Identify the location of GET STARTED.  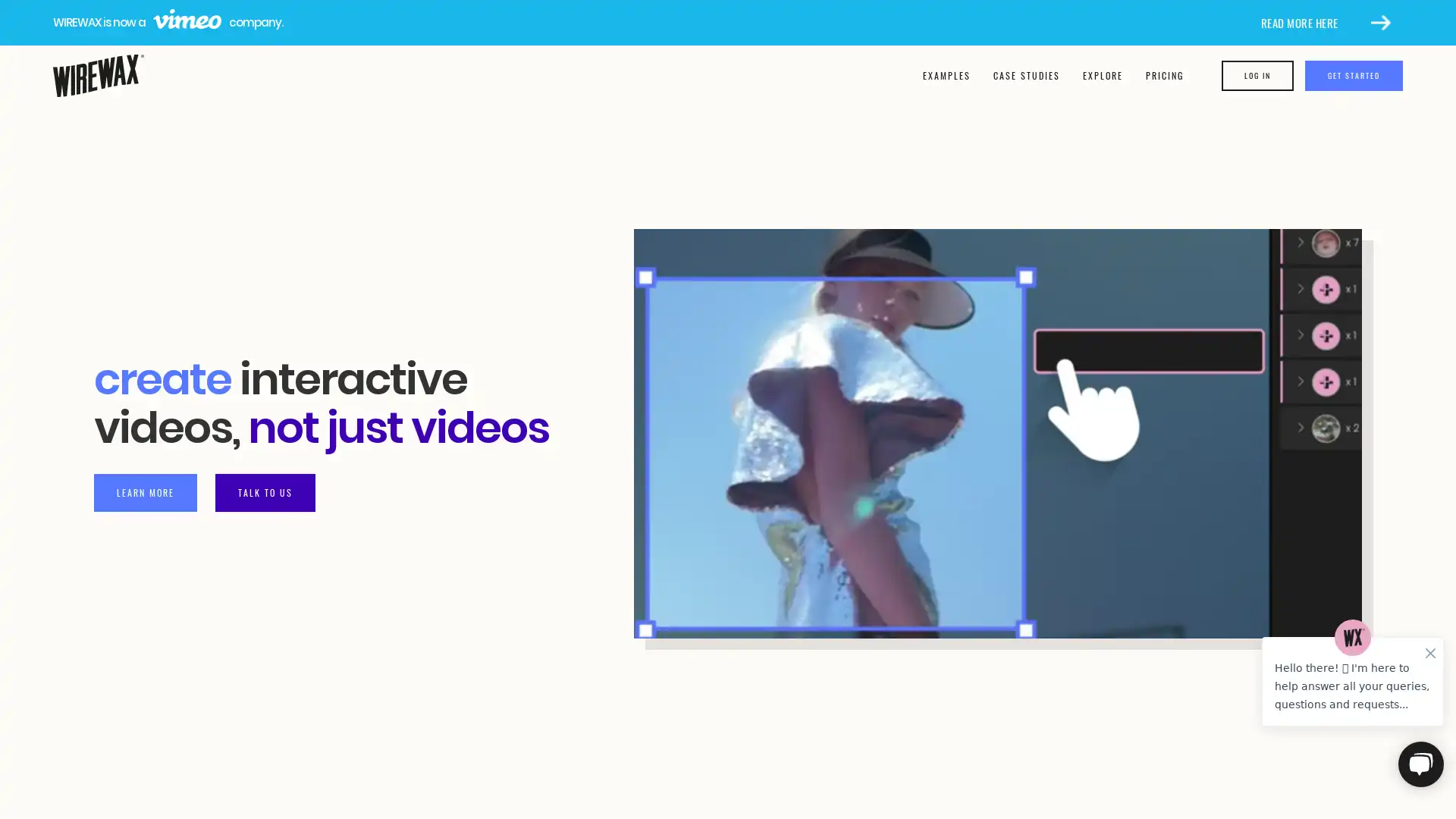
(1354, 76).